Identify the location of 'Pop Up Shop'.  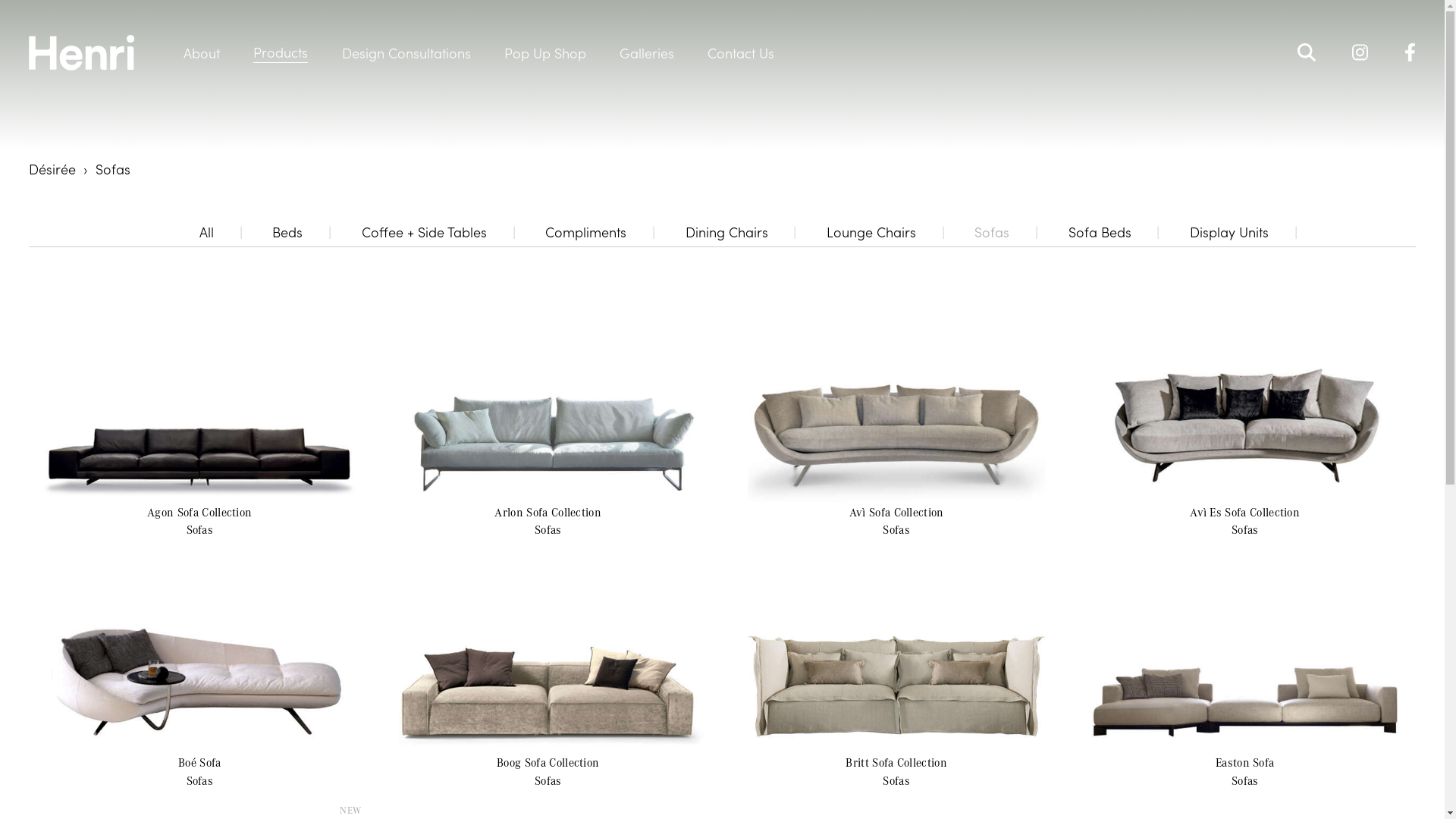
(545, 52).